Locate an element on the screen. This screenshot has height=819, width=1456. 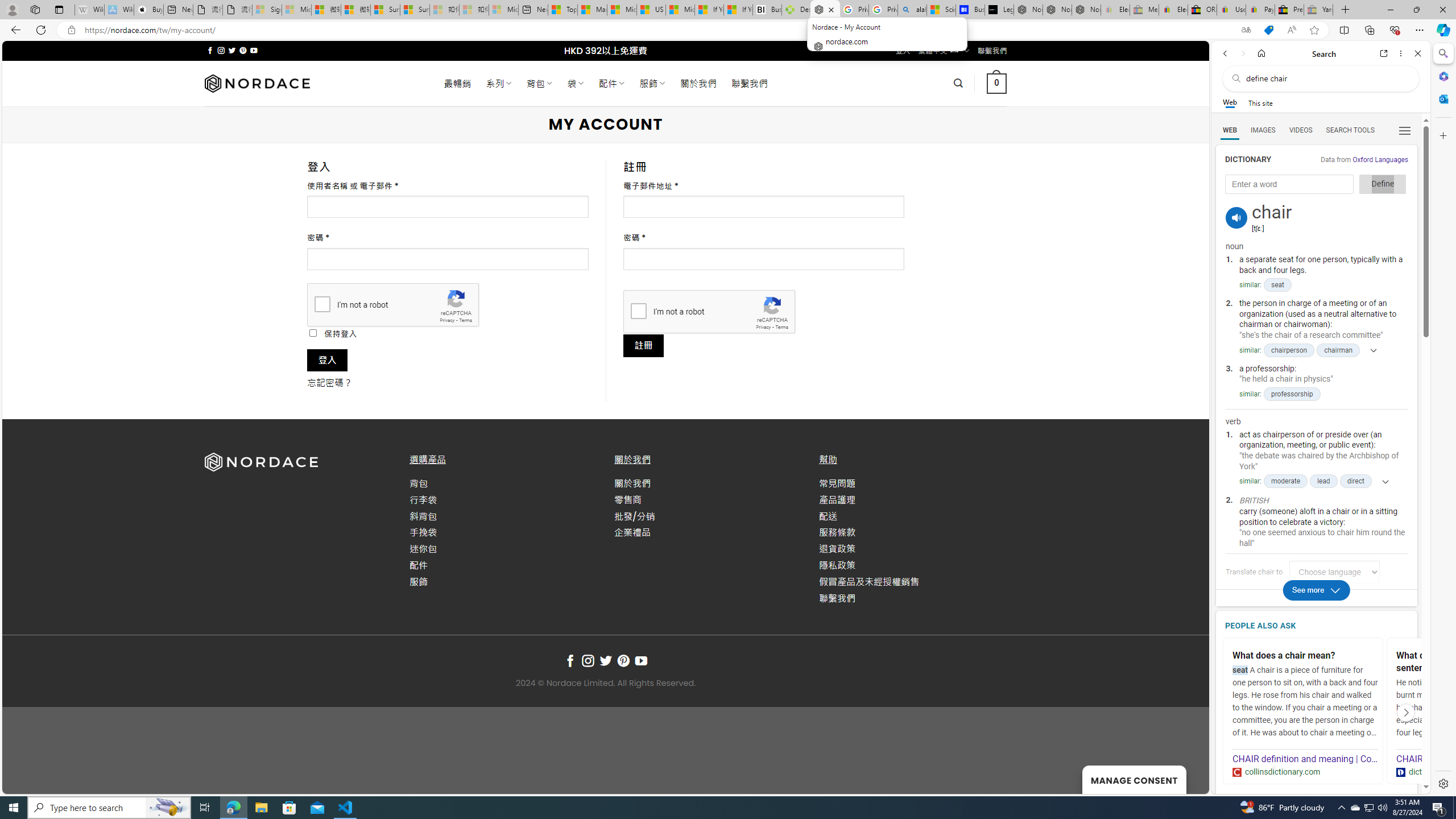
'direct' is located at coordinates (1355, 481).